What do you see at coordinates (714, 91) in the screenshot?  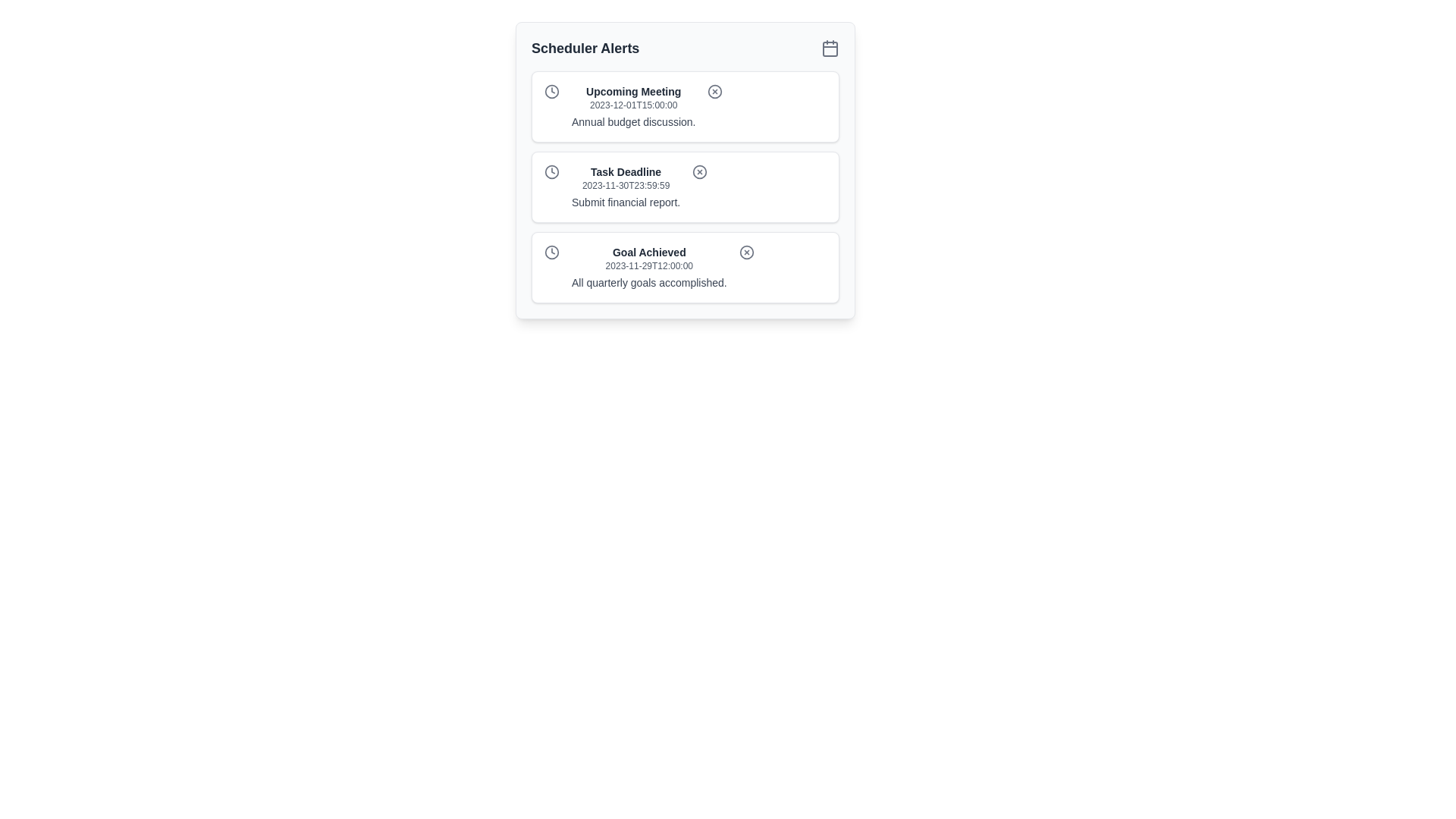 I see `the decorative Circle SVG Graphic that indicates a delete or close action, positioned next to the text 'Upcoming Meeting' in the first row of a vertically aligned list within a card component` at bounding box center [714, 91].